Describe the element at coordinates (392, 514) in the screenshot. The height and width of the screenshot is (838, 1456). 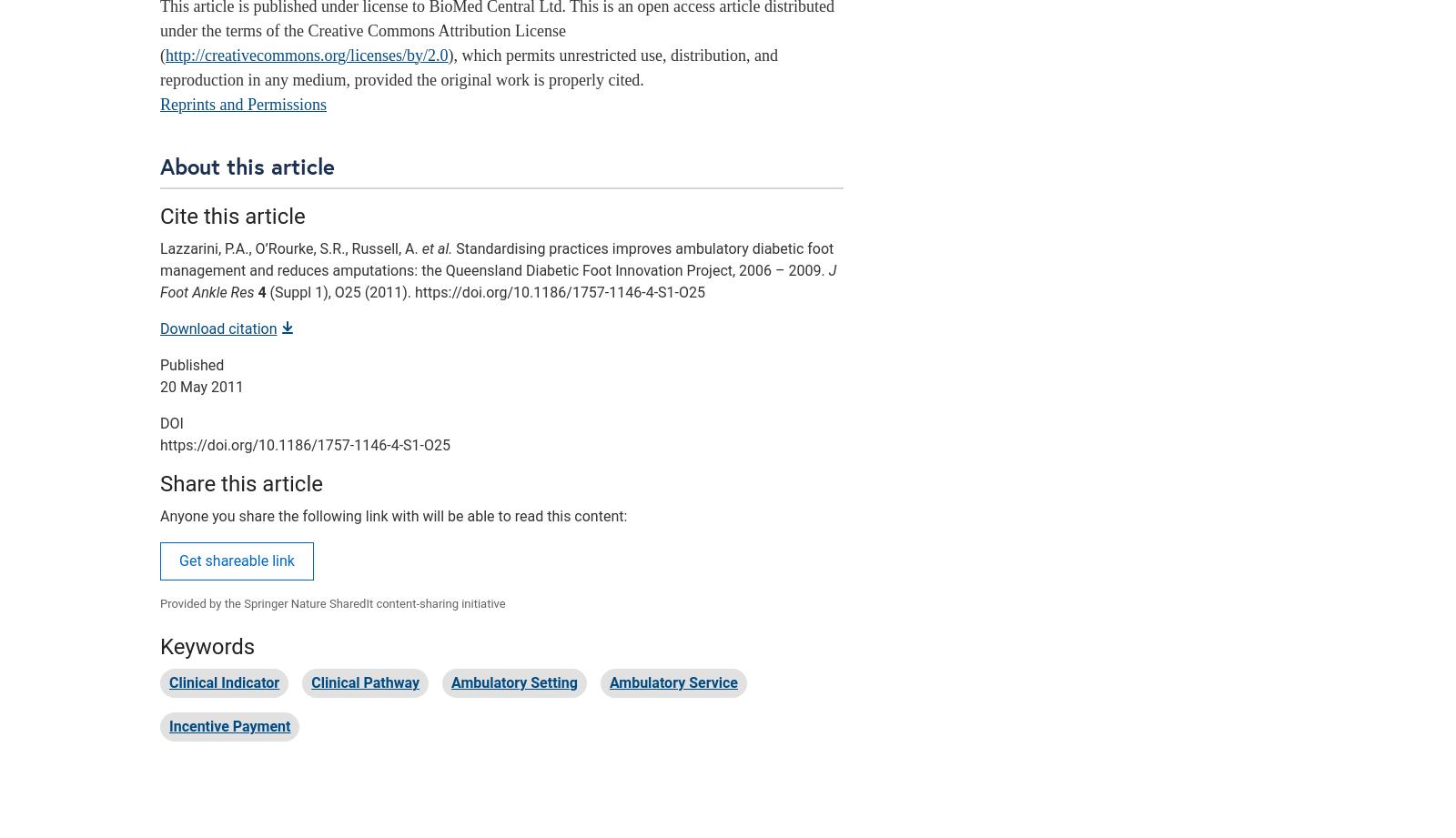
I see `'Anyone you share the following link with will be able to read this content:'` at that location.